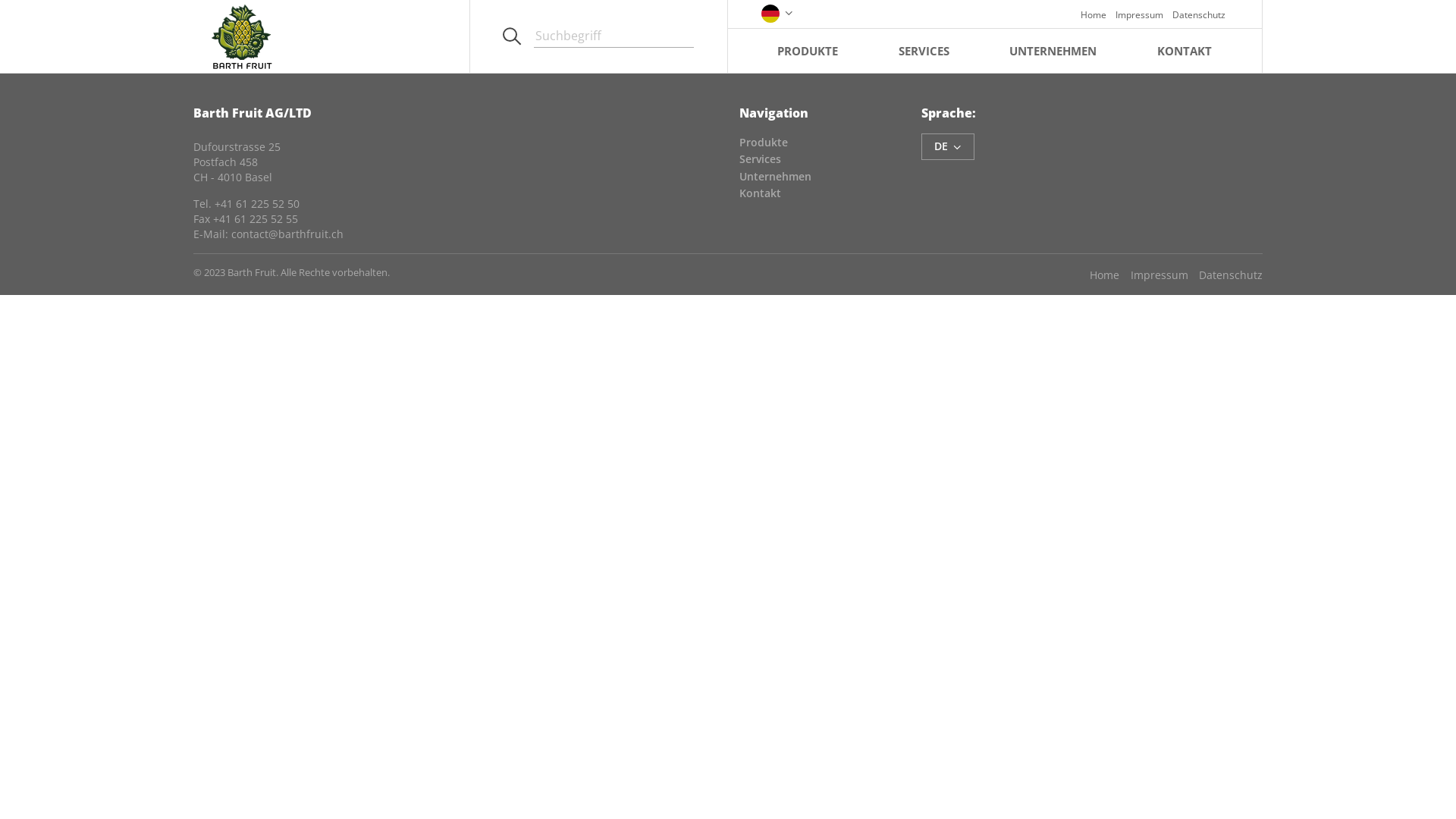  What do you see at coordinates (760, 192) in the screenshot?
I see `'Kontakt'` at bounding box center [760, 192].